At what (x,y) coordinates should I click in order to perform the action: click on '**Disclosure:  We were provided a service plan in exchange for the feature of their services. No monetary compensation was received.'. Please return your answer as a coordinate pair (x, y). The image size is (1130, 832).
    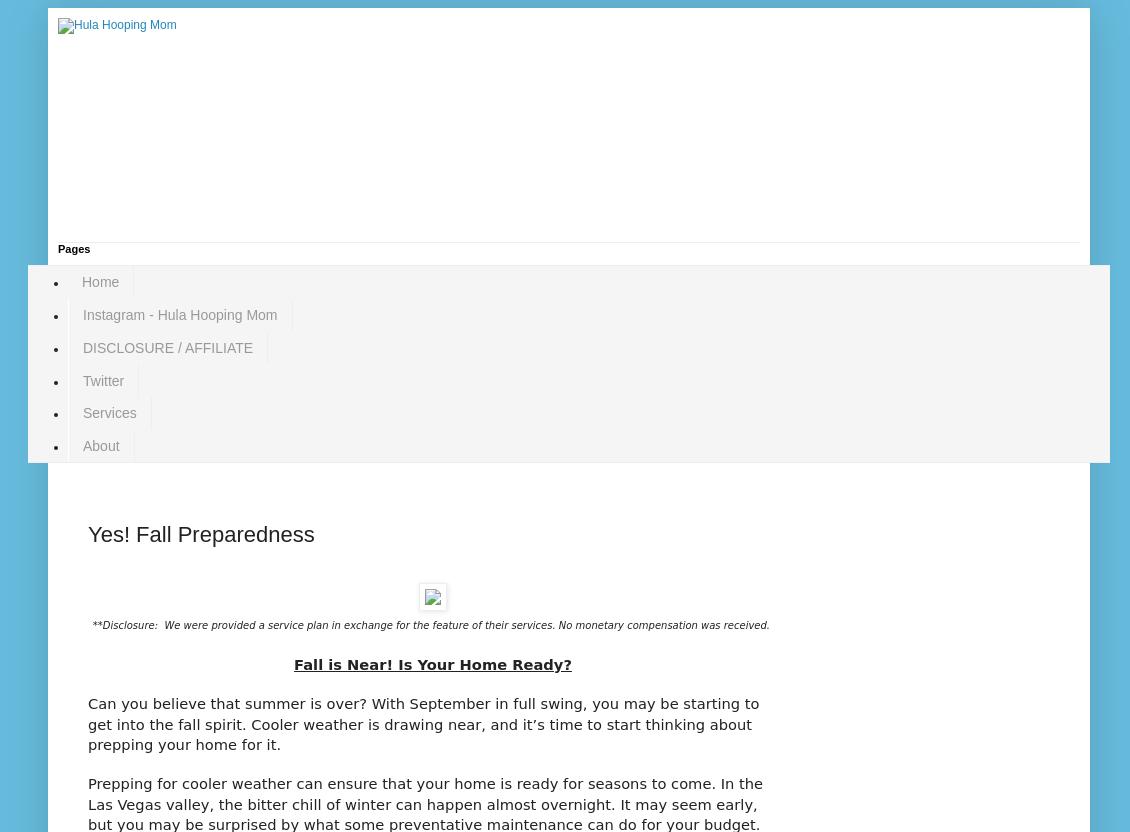
    Looking at the image, I should click on (432, 625).